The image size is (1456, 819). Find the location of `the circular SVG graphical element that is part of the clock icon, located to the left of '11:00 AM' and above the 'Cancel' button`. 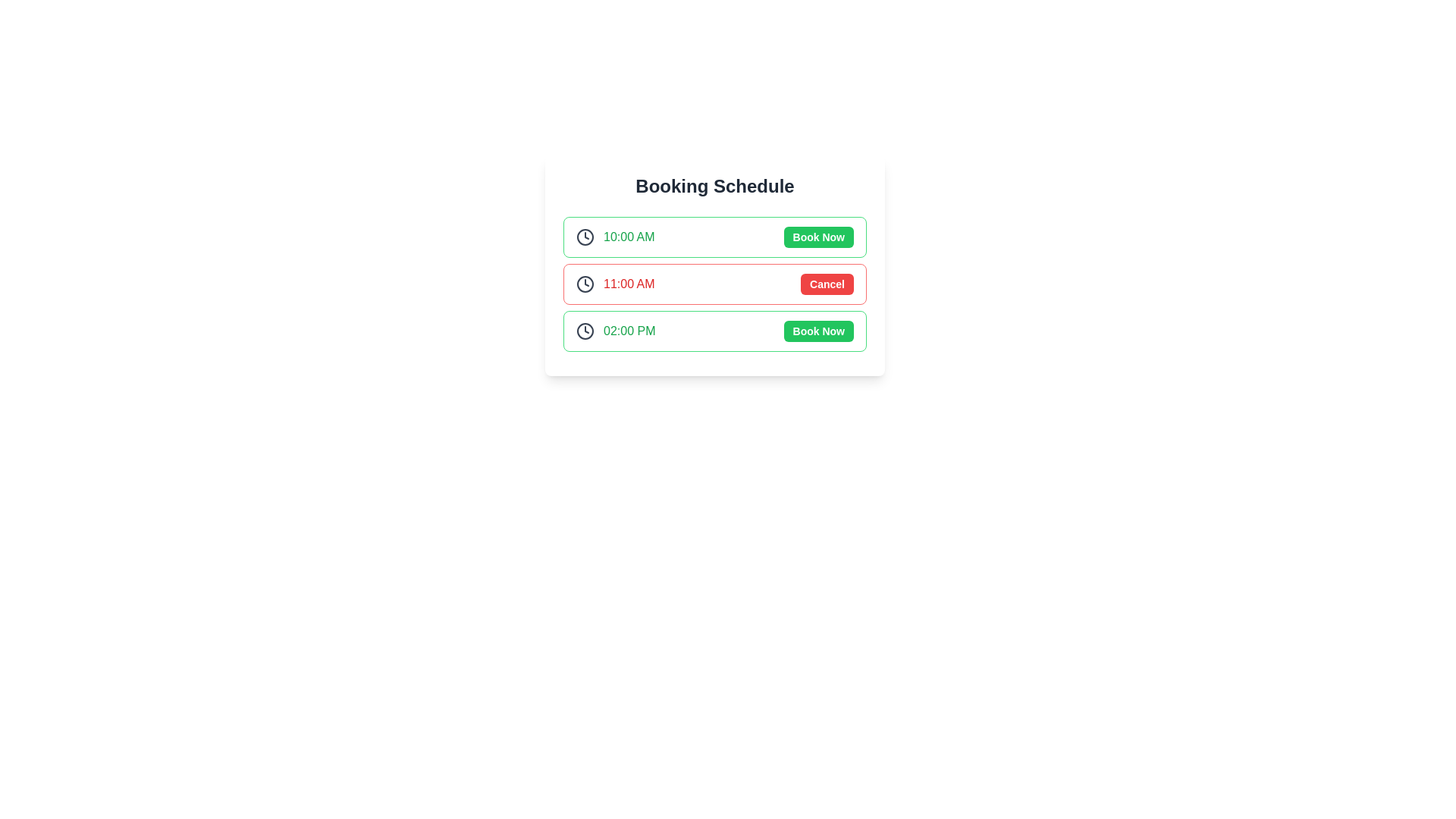

the circular SVG graphical element that is part of the clock icon, located to the left of '11:00 AM' and above the 'Cancel' button is located at coordinates (585, 284).